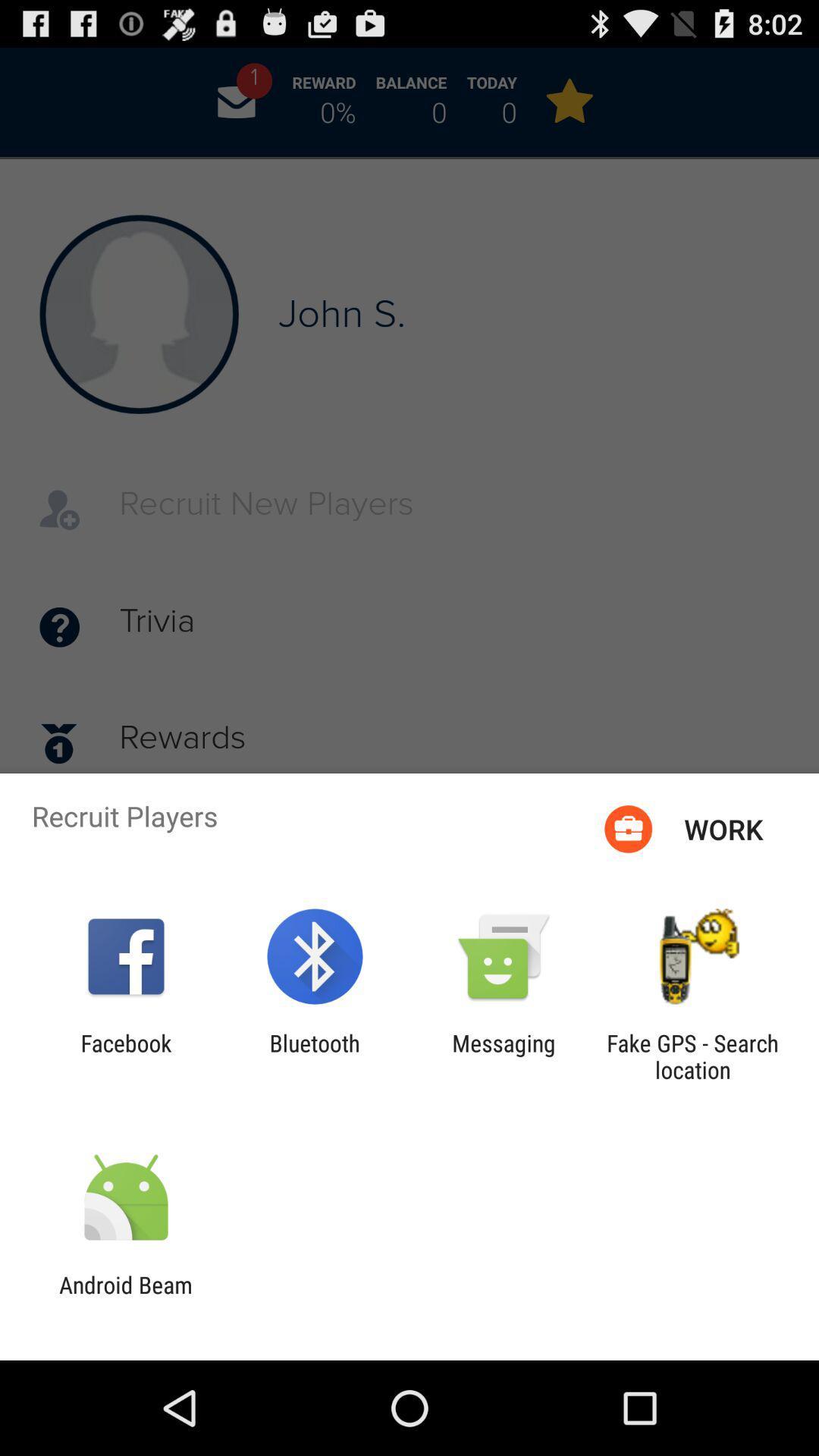 Image resolution: width=819 pixels, height=1456 pixels. What do you see at coordinates (125, 1298) in the screenshot?
I see `android beam app` at bounding box center [125, 1298].